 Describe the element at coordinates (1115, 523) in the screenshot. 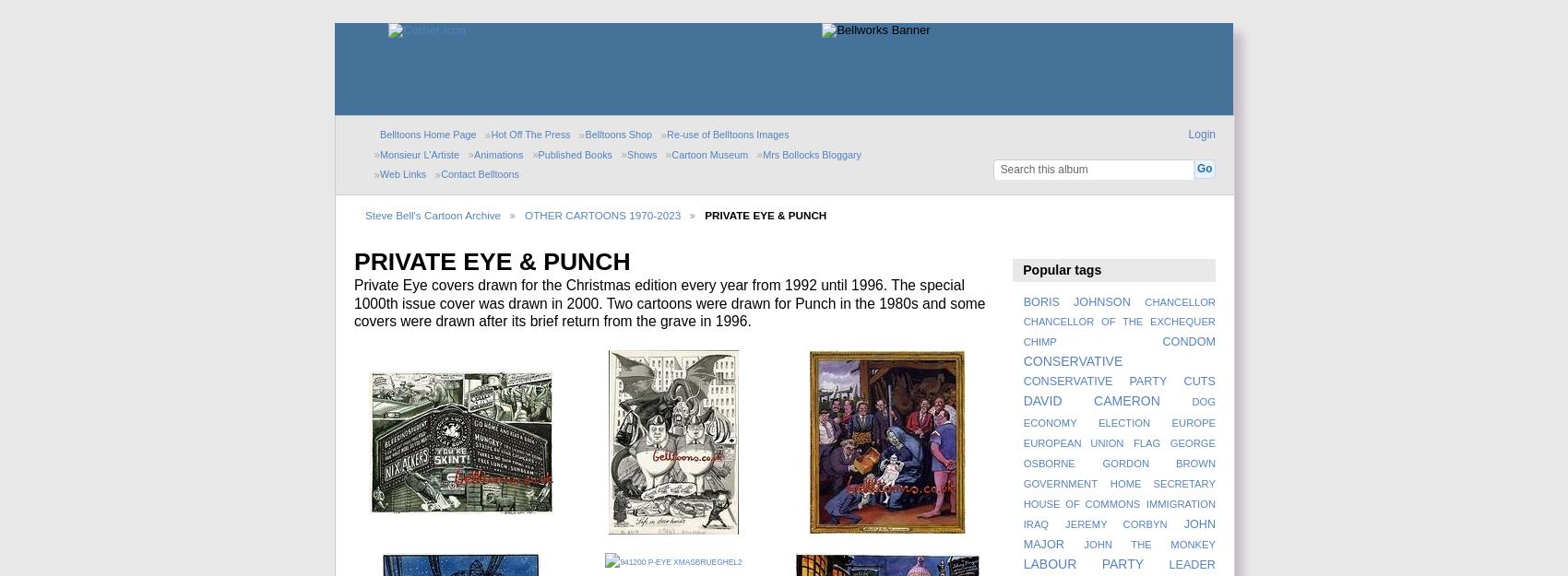

I see `'JEREMY CORBYN'` at that location.